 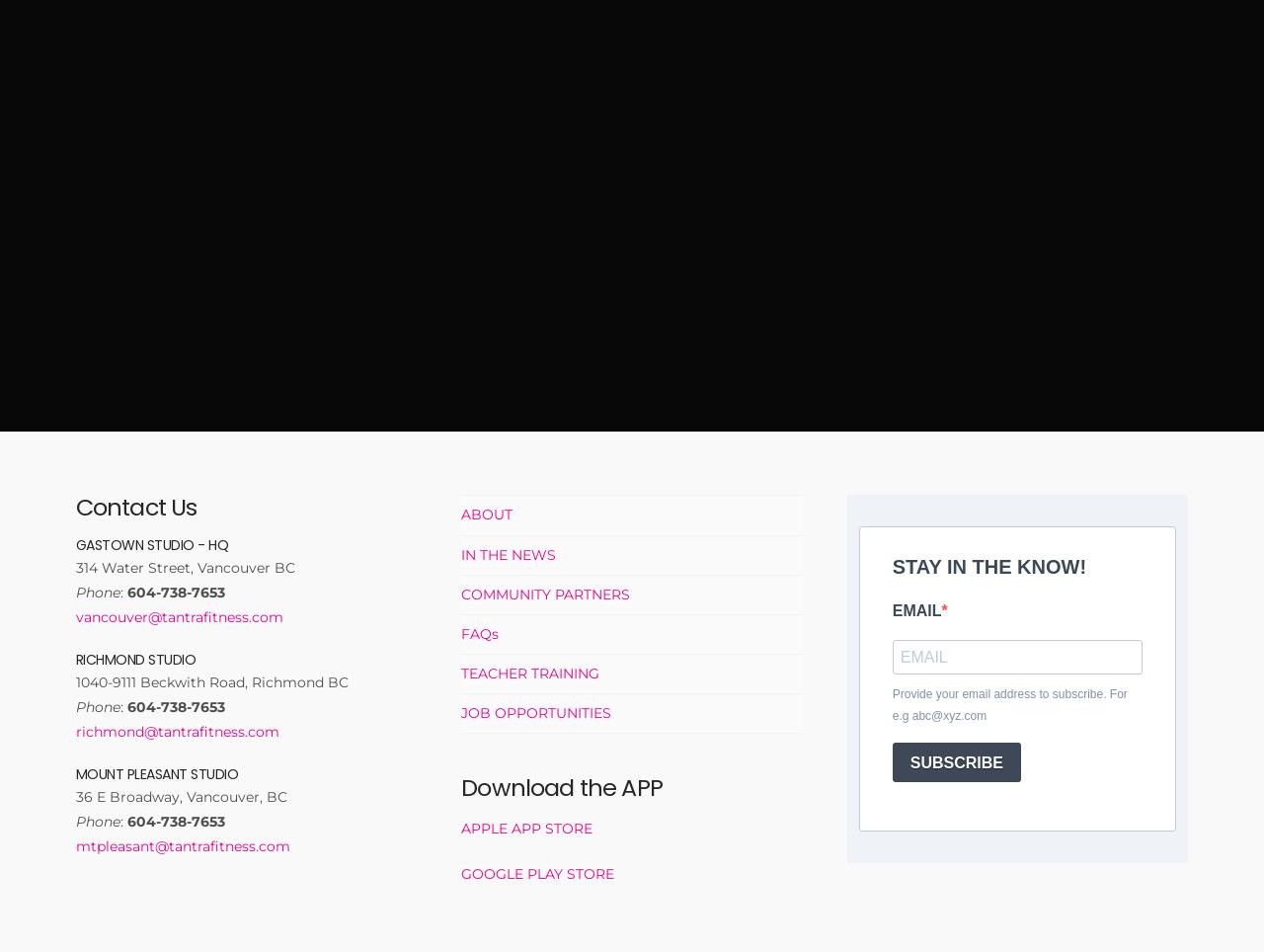 I want to click on 'APPLE APP STORE', so click(x=526, y=827).